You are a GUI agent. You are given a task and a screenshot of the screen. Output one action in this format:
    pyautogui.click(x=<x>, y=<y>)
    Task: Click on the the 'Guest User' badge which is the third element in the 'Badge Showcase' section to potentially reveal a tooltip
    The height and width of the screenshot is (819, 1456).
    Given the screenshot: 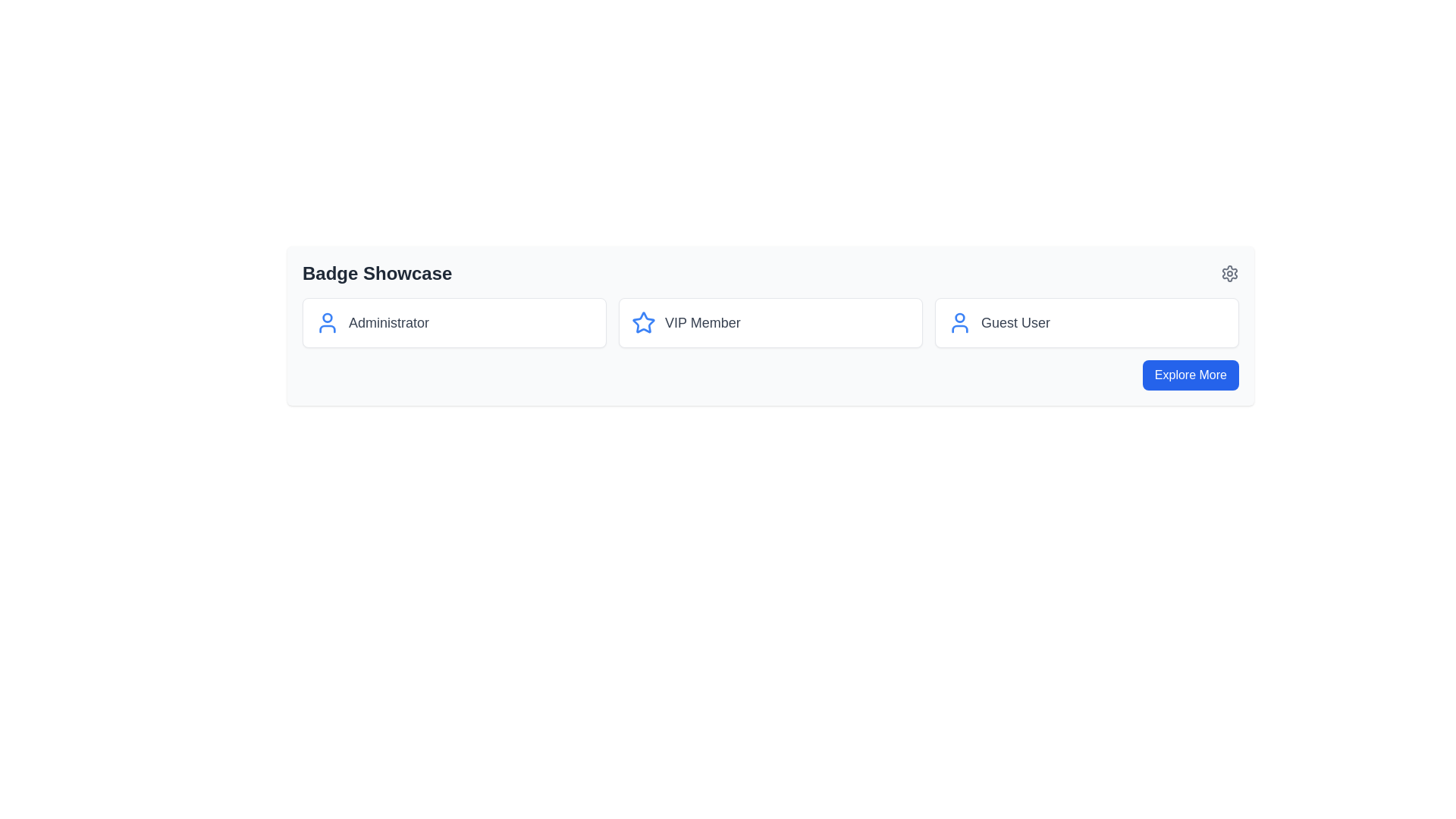 What is the action you would take?
    pyautogui.click(x=1086, y=322)
    